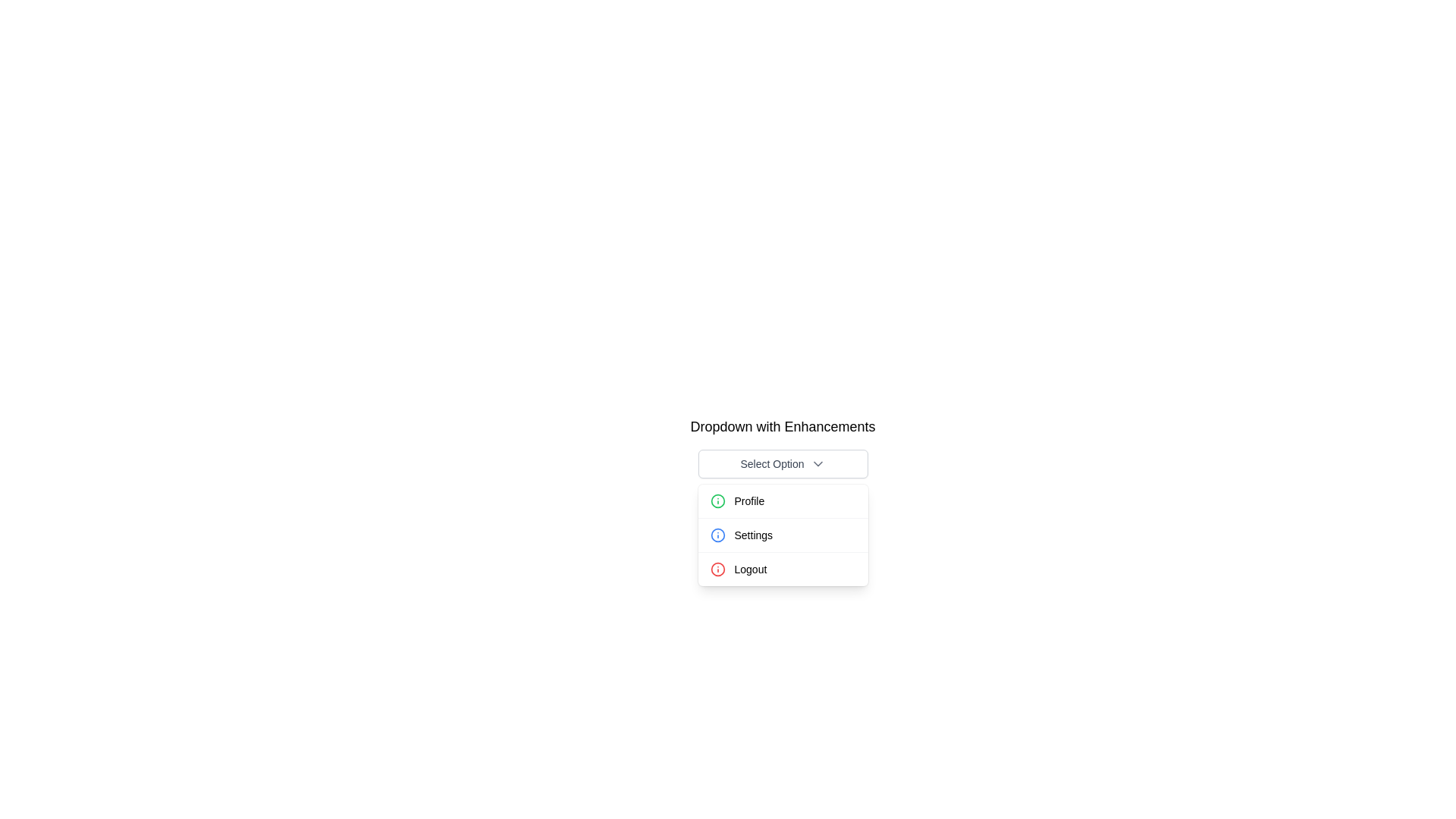 The width and height of the screenshot is (1456, 819). What do you see at coordinates (750, 570) in the screenshot?
I see `the 'Logout' text label in the dropdown menu, which is the third item following 'Profile' and 'Settings', located to the right of a red warning icon` at bounding box center [750, 570].